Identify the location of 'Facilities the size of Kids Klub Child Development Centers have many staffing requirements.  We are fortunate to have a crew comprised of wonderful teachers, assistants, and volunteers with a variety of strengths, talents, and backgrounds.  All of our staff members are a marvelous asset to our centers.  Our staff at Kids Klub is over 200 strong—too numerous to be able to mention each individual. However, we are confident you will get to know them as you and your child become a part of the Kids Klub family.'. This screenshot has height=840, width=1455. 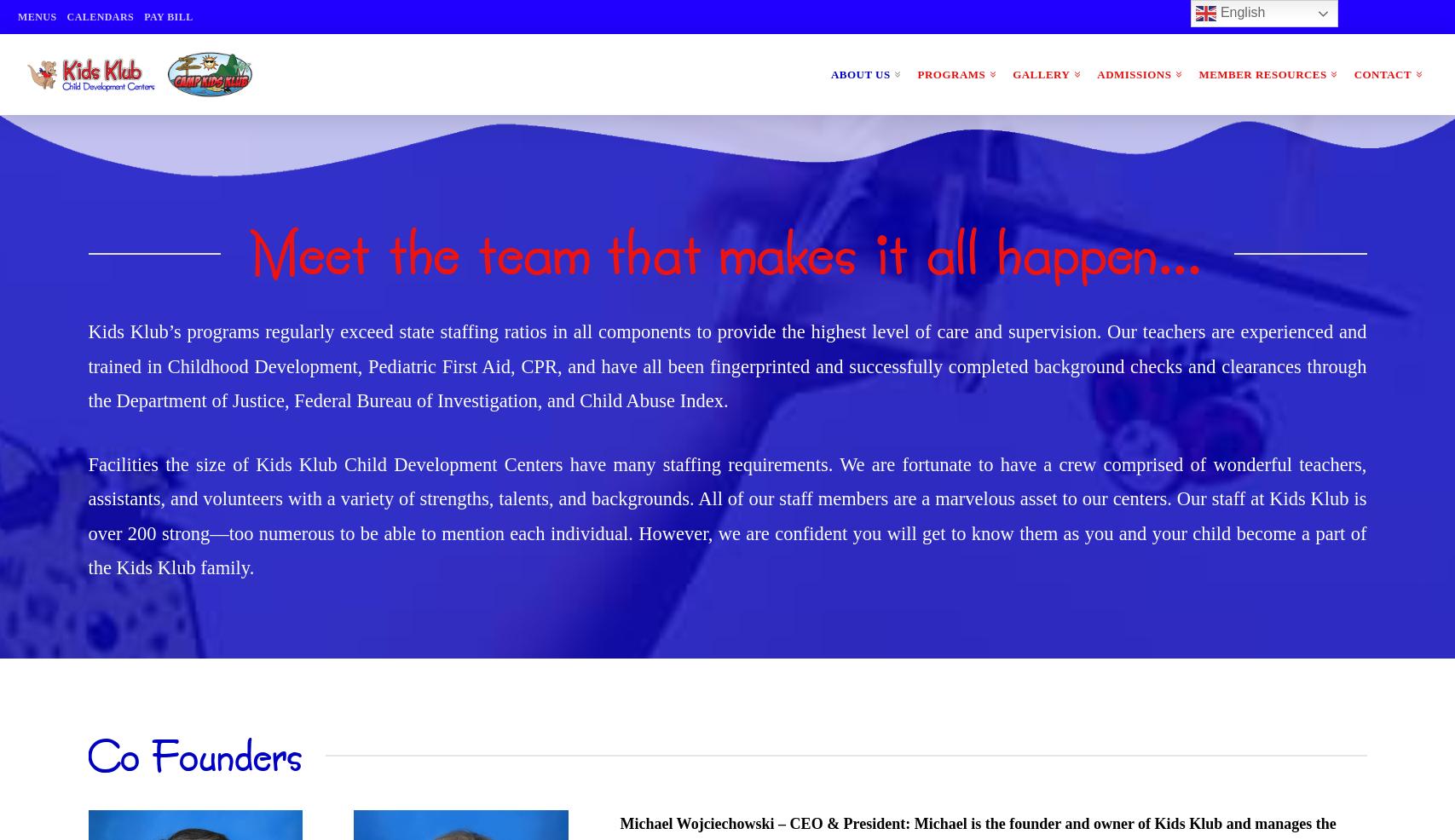
(726, 515).